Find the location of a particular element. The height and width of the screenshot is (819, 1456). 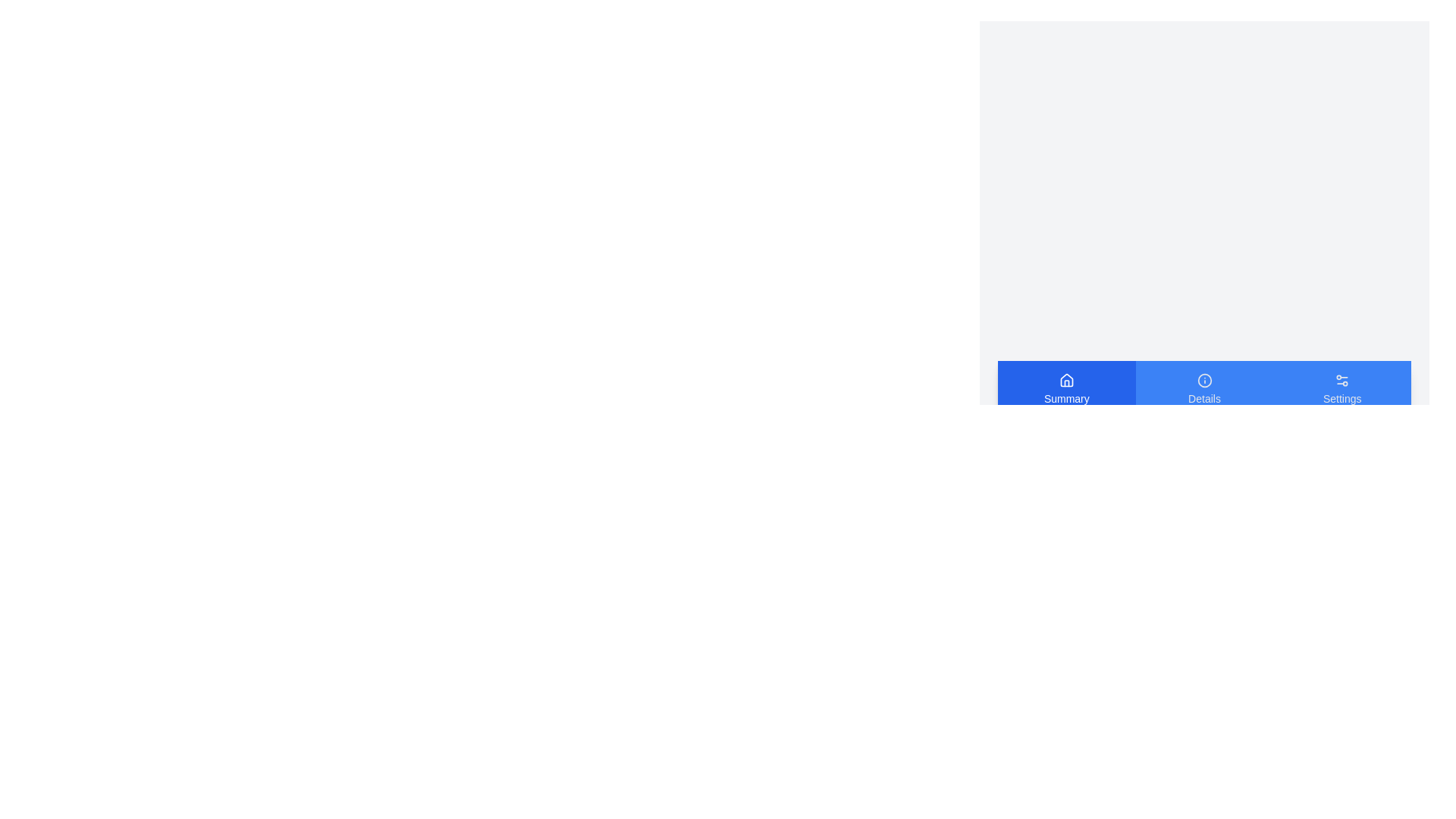

the Settings tab is located at coordinates (1342, 388).